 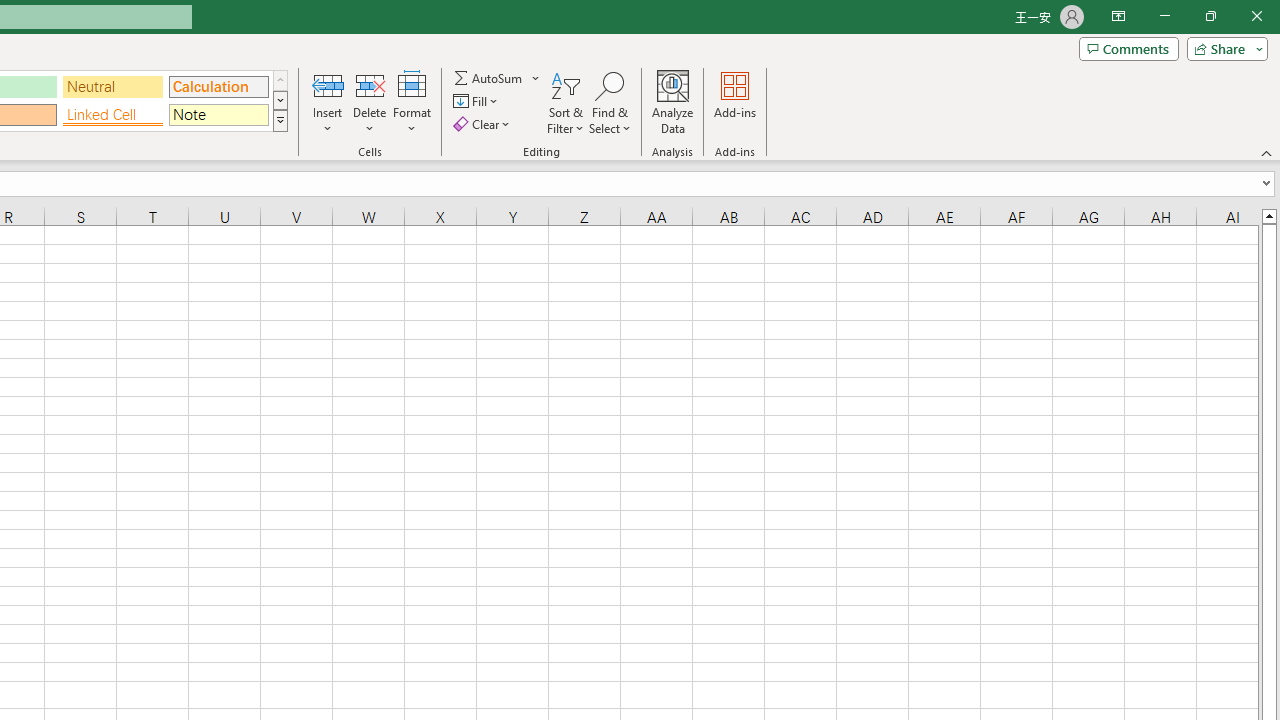 I want to click on 'Neutral', so click(x=112, y=85).